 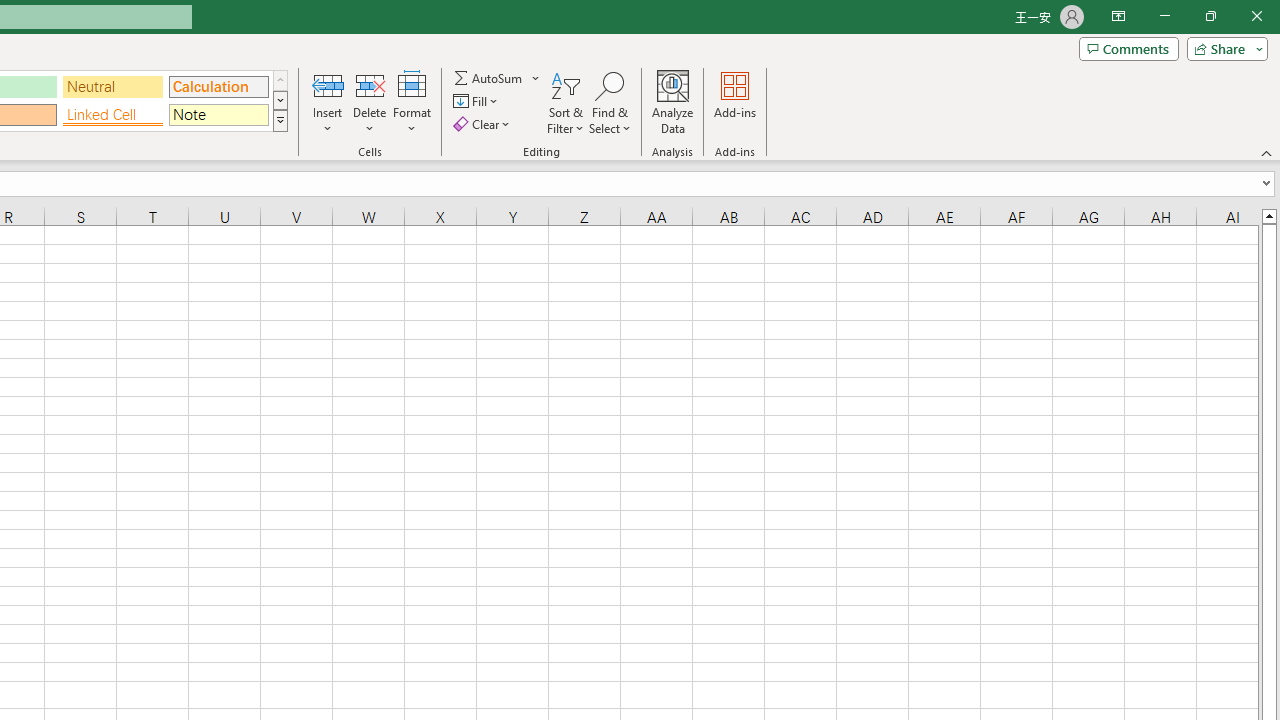 I want to click on 'Neutral', so click(x=112, y=85).